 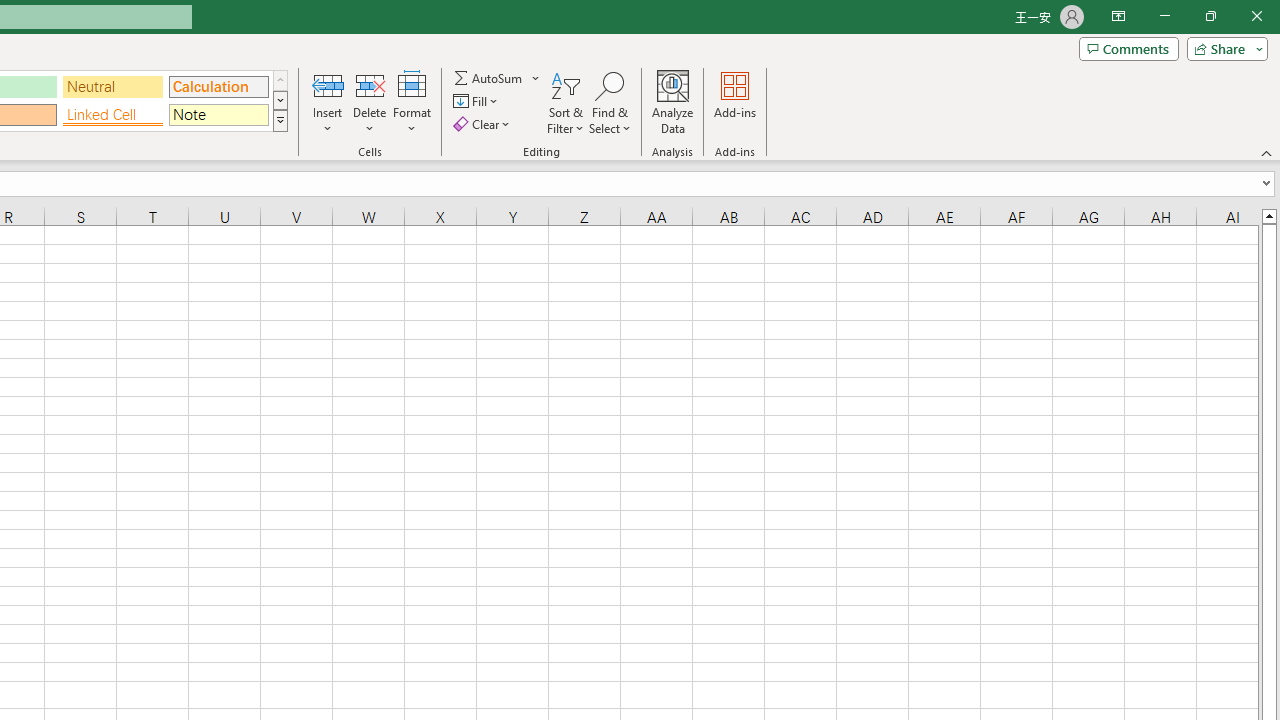 I want to click on 'Neutral', so click(x=112, y=85).